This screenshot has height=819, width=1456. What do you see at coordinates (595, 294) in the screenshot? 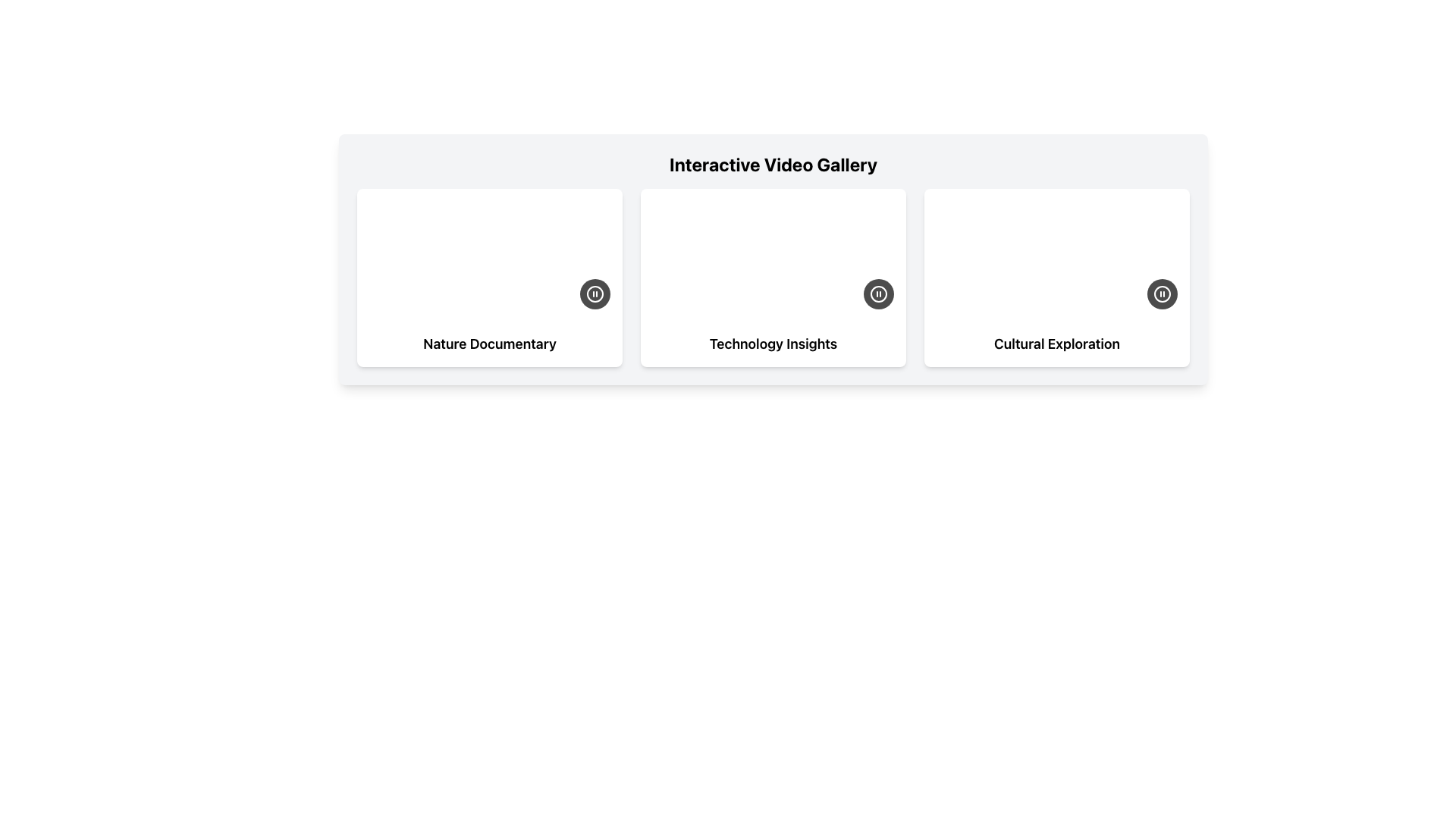
I see `the graphical SVG element represented by a dark filled circle within the button-like icon in the first content card labeled 'Nature Documentary'` at bounding box center [595, 294].